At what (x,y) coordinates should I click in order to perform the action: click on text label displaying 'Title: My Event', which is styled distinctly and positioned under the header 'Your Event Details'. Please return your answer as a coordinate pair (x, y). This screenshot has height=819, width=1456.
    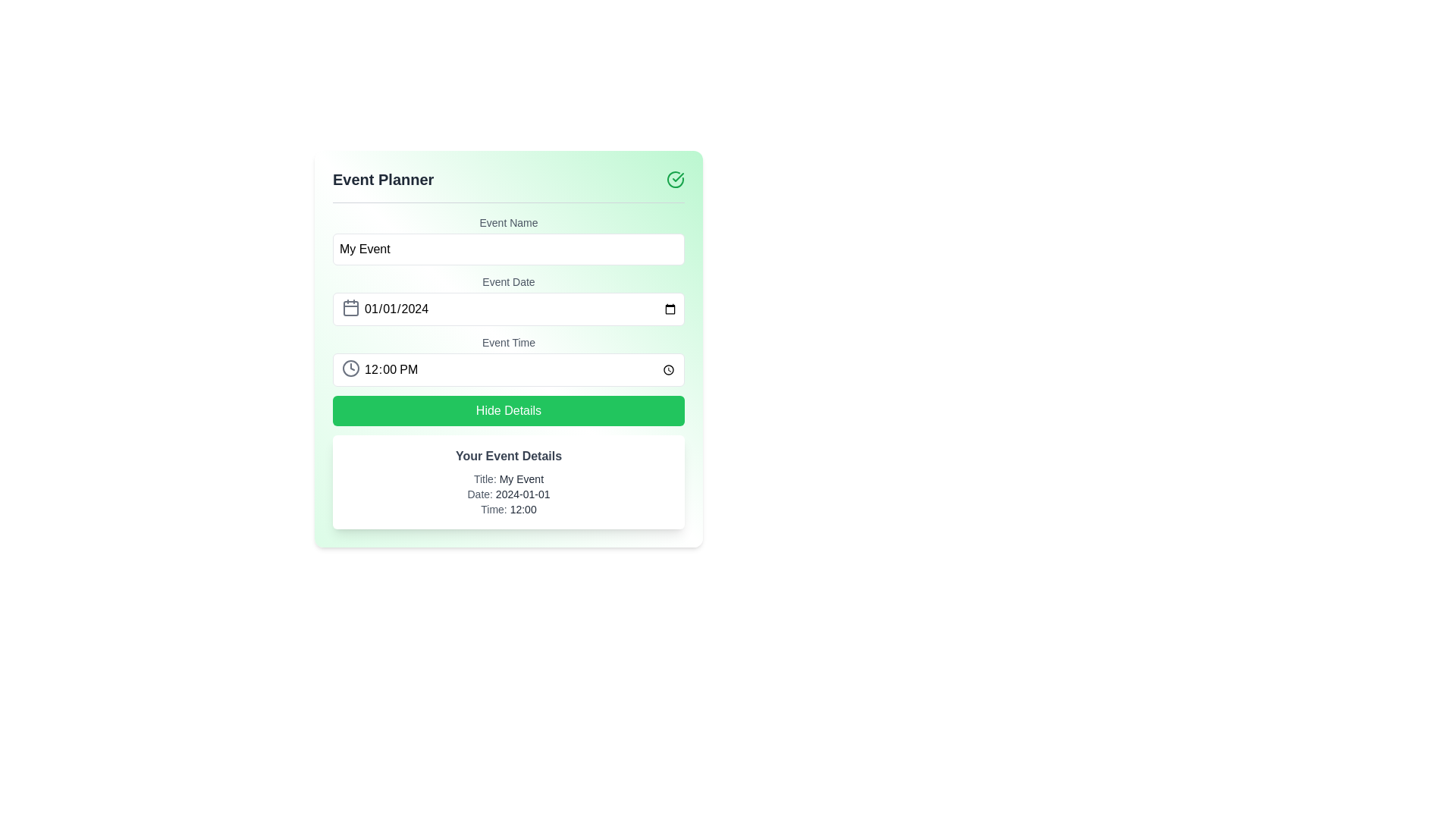
    Looking at the image, I should click on (509, 479).